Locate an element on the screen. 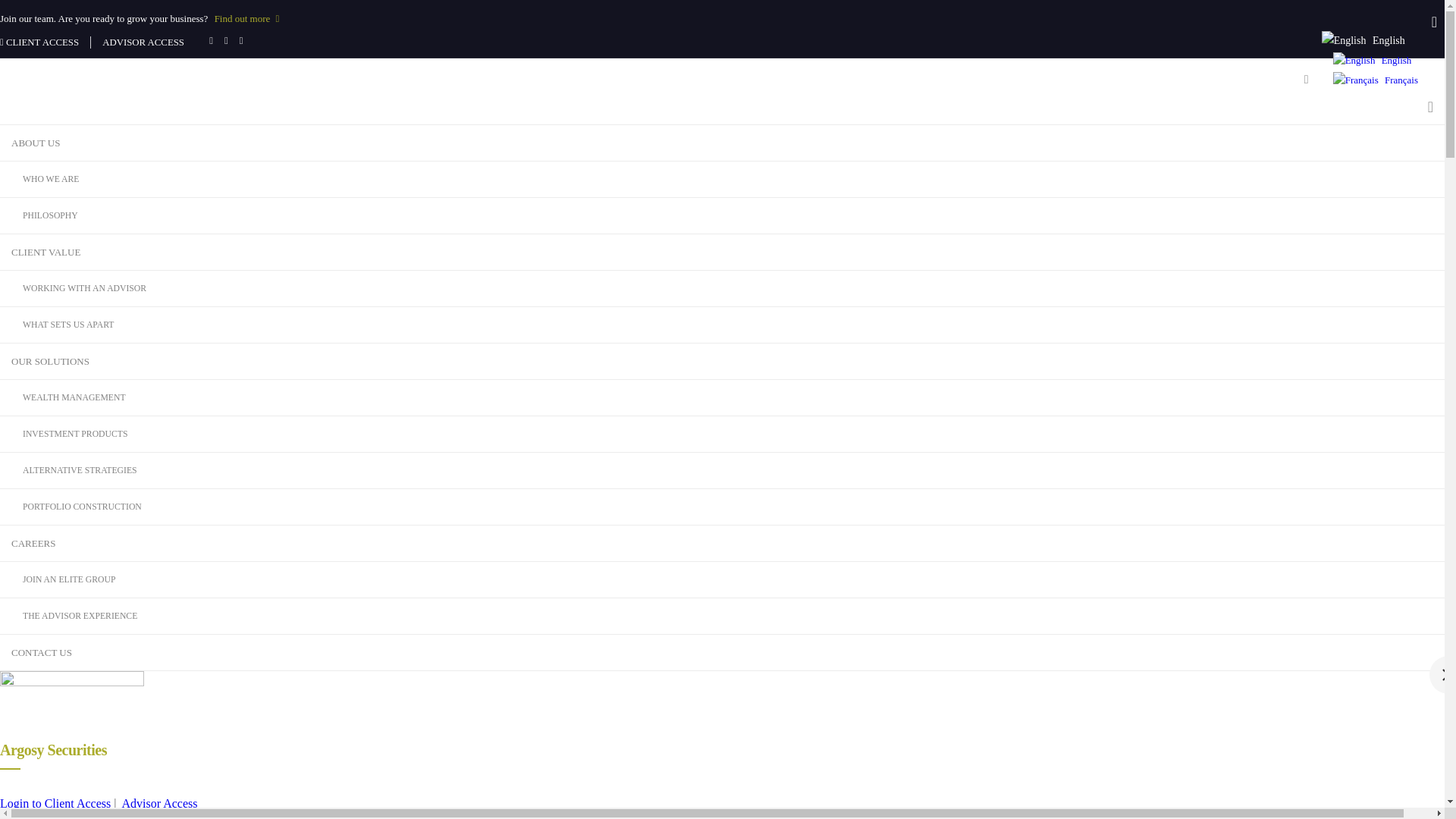  'ADVISOR ACCESS' is located at coordinates (144, 42).